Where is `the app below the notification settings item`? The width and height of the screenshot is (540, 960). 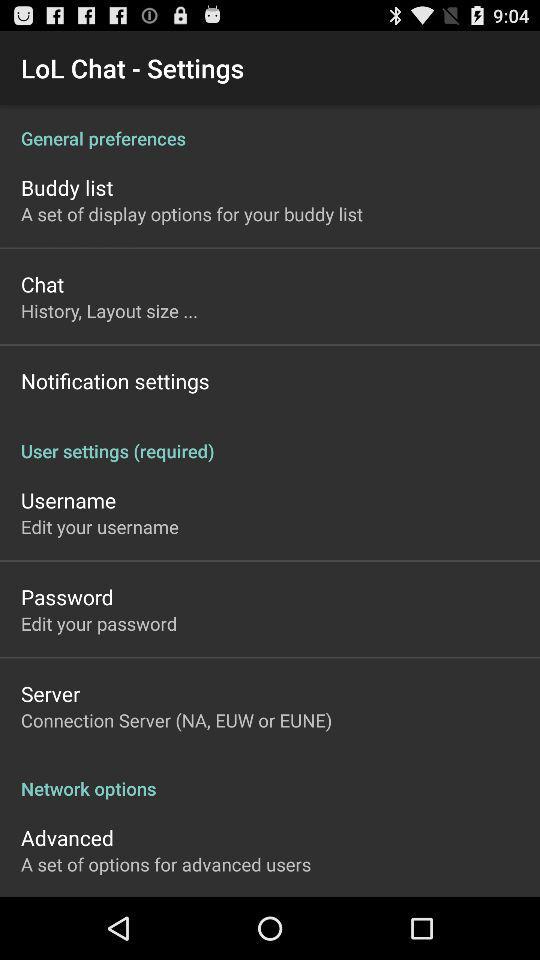 the app below the notification settings item is located at coordinates (270, 440).